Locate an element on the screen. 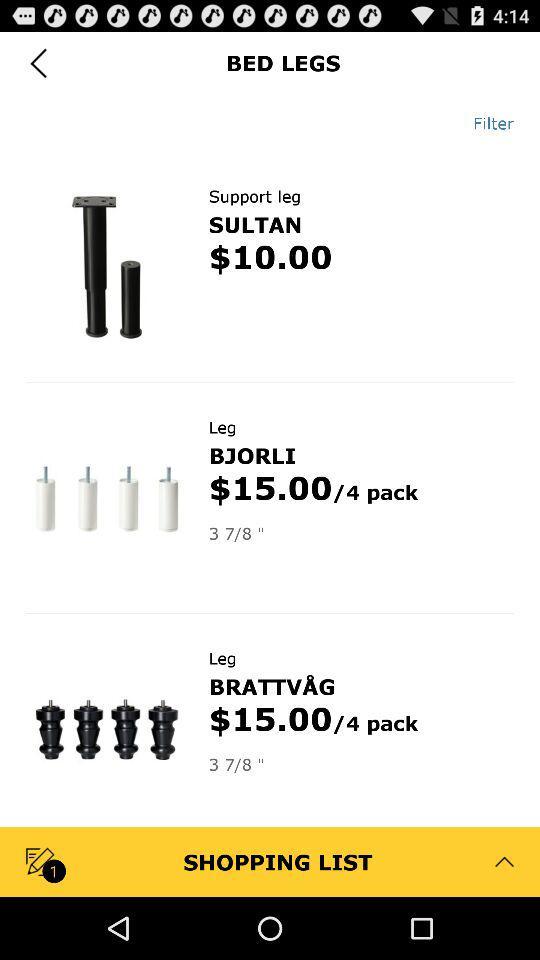  the icon above the $10.00 item is located at coordinates (255, 224).